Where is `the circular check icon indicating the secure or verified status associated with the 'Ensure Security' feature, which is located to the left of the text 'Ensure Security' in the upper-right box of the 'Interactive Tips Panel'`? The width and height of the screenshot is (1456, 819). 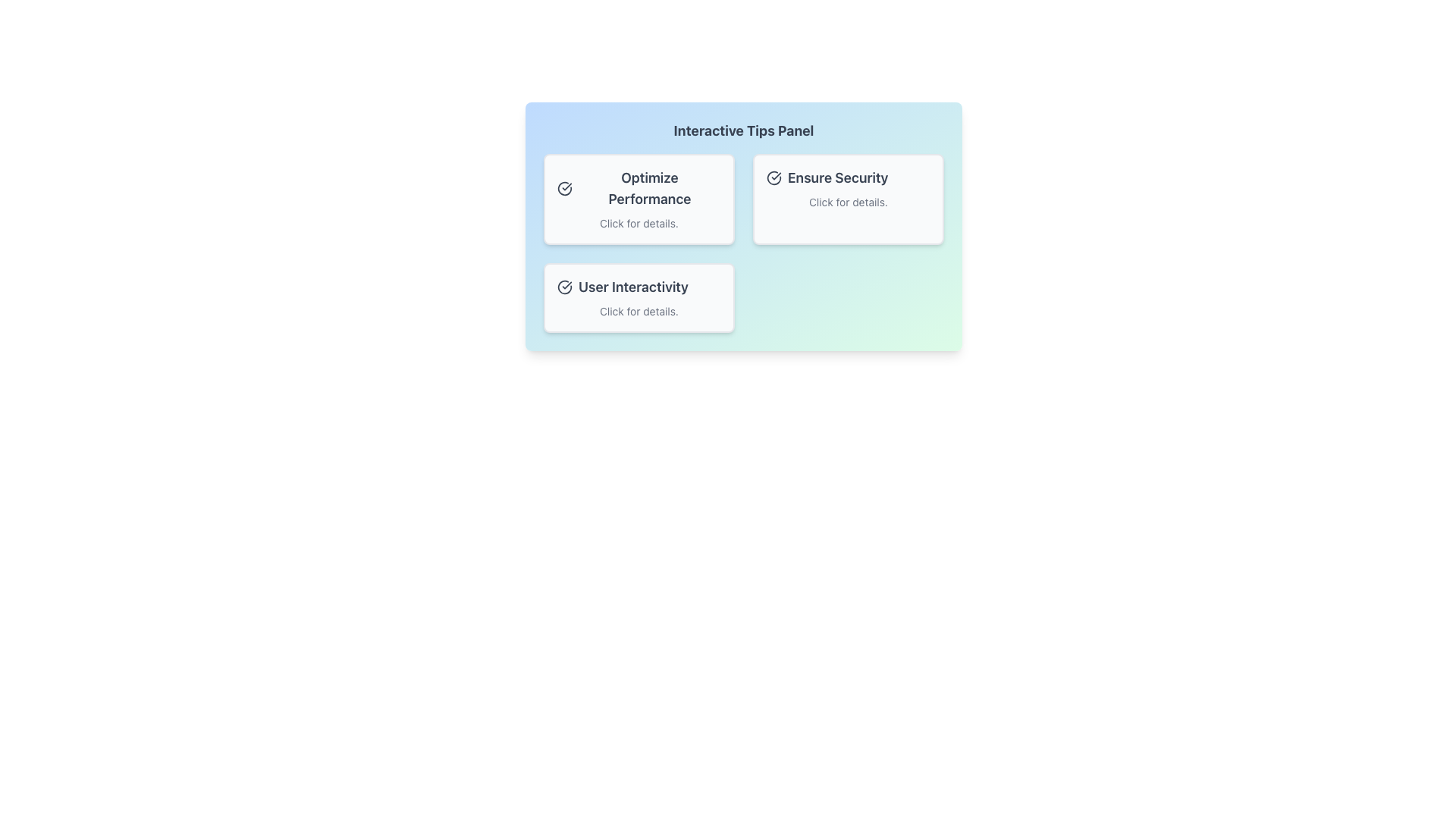
the circular check icon indicating the secure or verified status associated with the 'Ensure Security' feature, which is located to the left of the text 'Ensure Security' in the upper-right box of the 'Interactive Tips Panel' is located at coordinates (774, 177).